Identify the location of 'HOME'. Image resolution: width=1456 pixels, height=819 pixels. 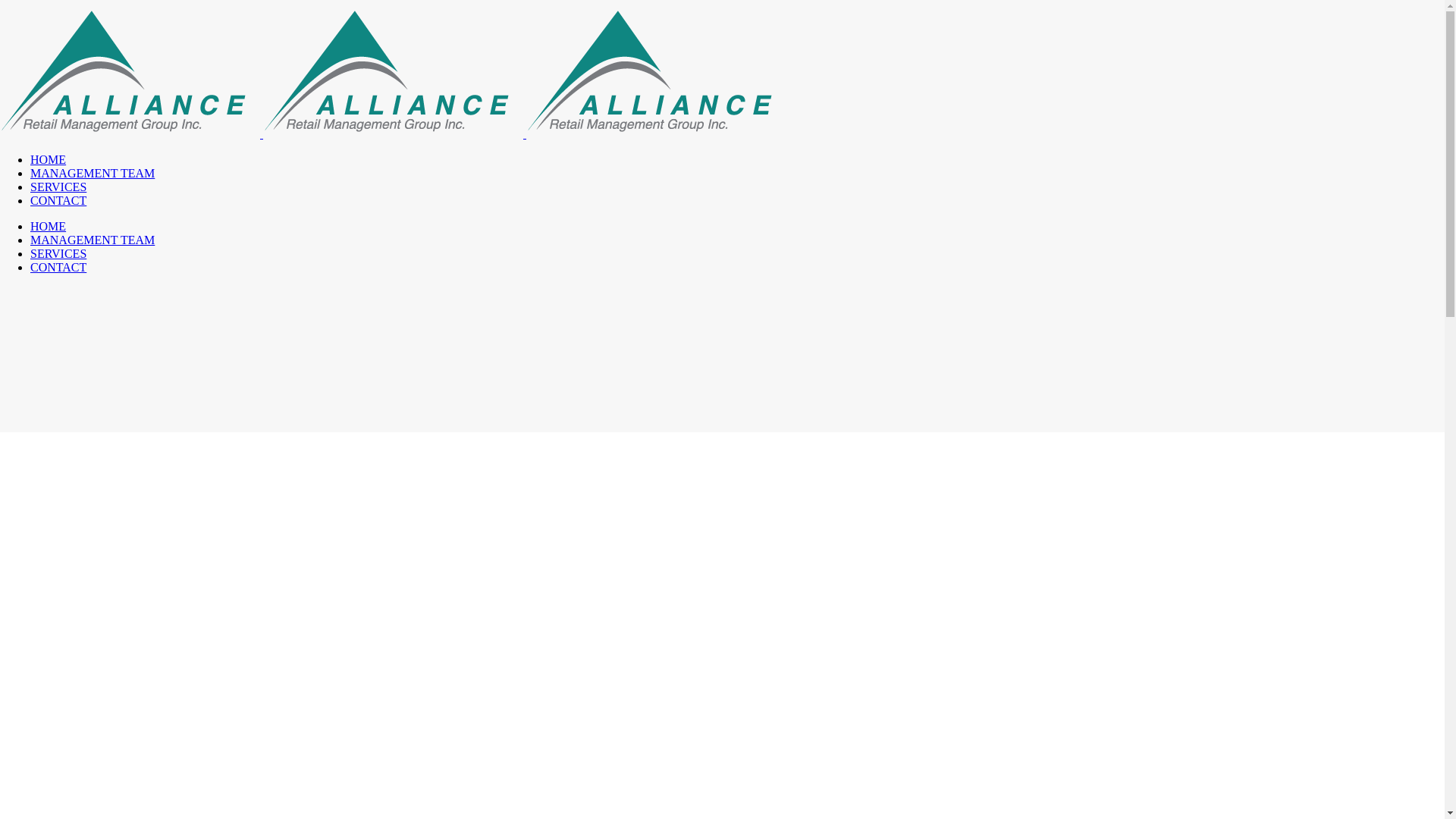
(48, 226).